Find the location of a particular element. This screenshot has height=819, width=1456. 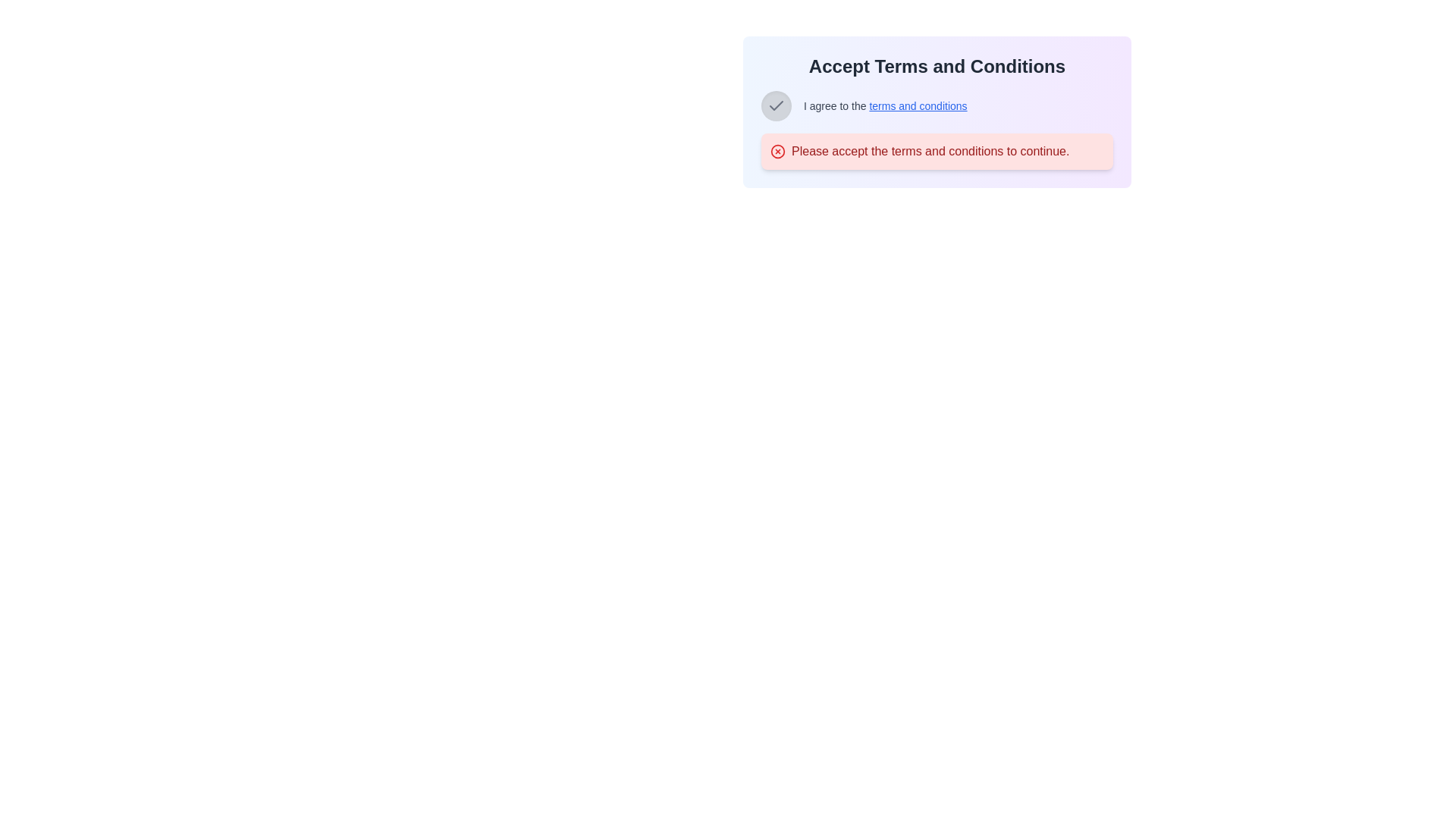

the hyperlink labeled 'terms and conditions' is located at coordinates (917, 105).